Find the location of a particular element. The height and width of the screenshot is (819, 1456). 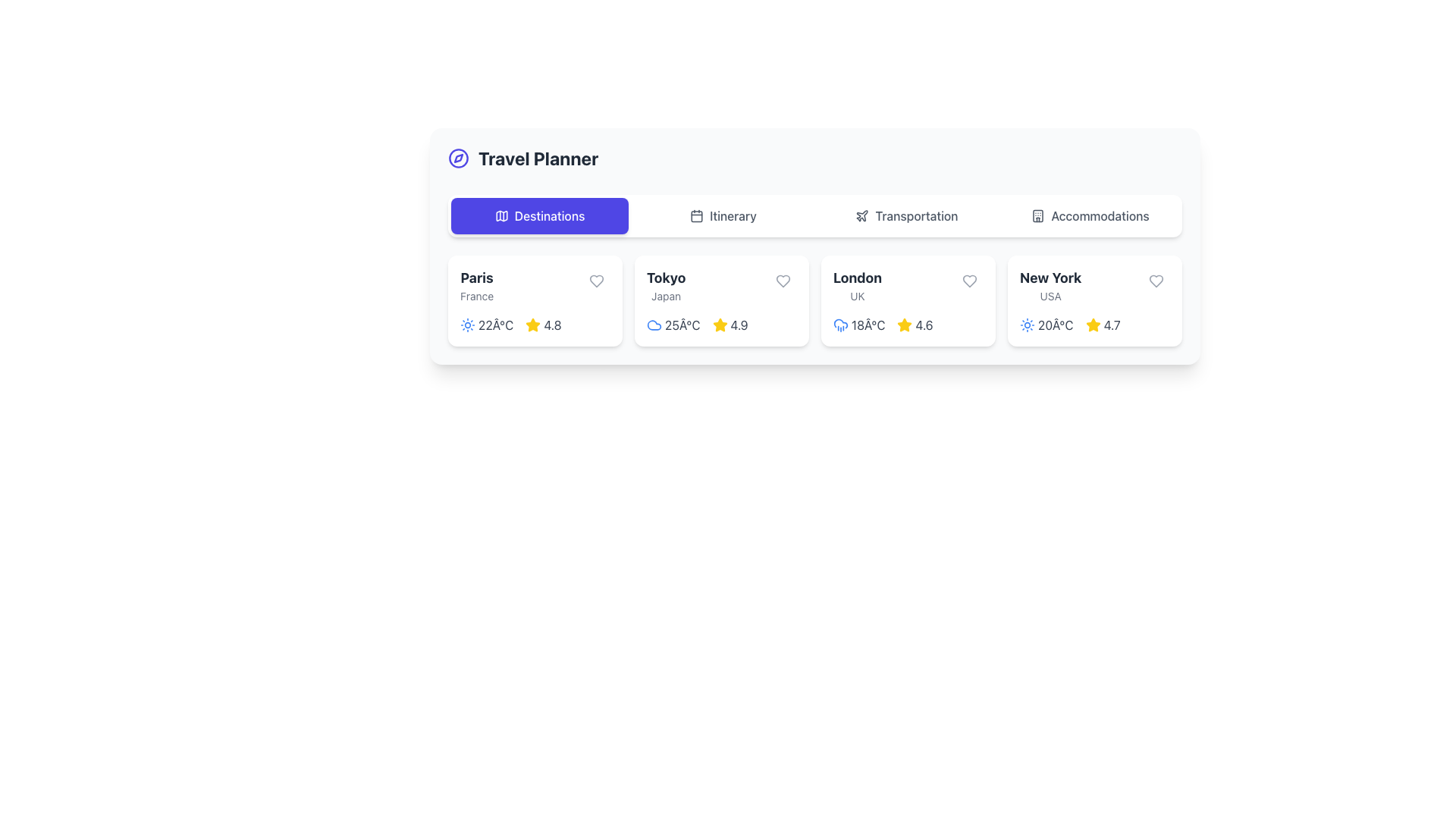

the yellow star icon with the numerical score '4.8' in the rating indicator located under the 'Paris' card, positioned to the right of the temperature display '22°C' is located at coordinates (543, 324).